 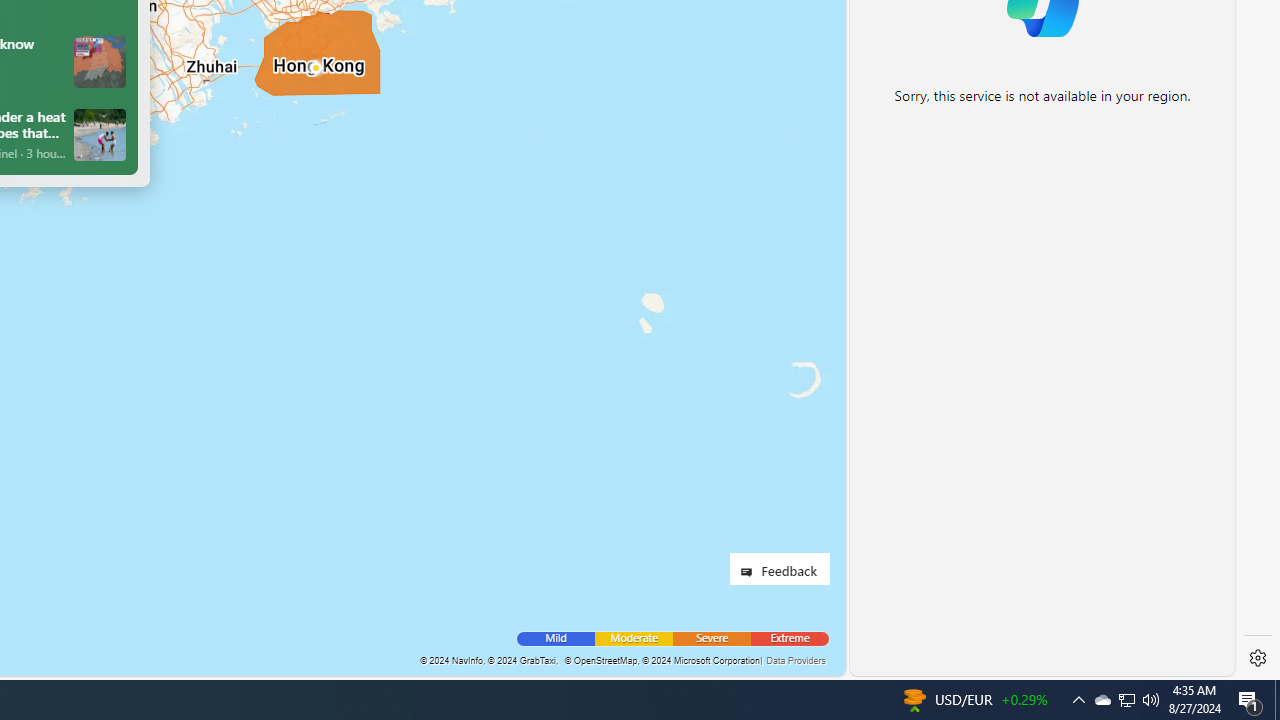 I want to click on 'Data Providers', so click(x=794, y=660).